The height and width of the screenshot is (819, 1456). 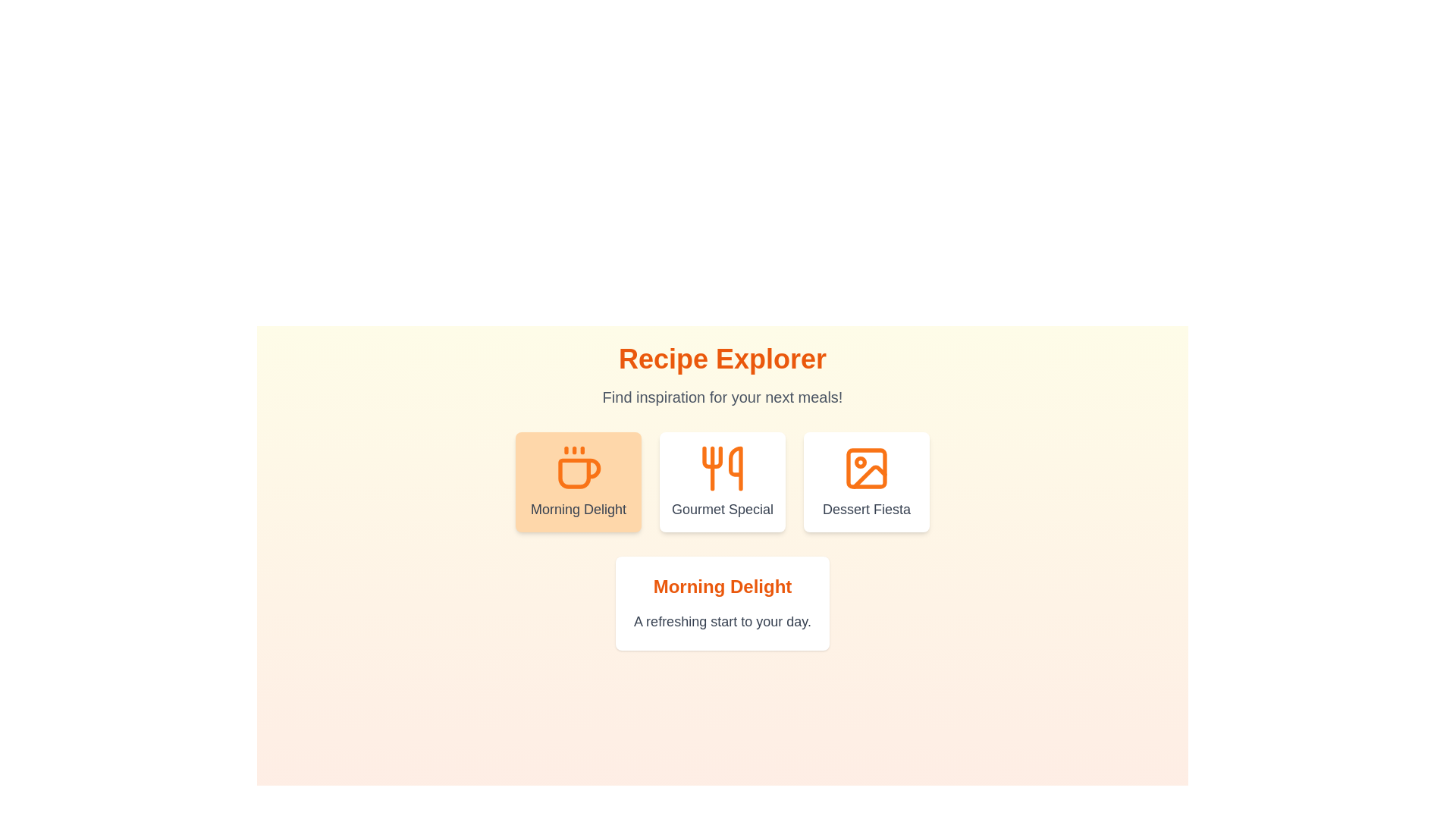 What do you see at coordinates (722, 397) in the screenshot?
I see `the text of the subtitle or tagline located below the 'Recipe Explorer' label and above the grid layout containing meal recipe cards` at bounding box center [722, 397].